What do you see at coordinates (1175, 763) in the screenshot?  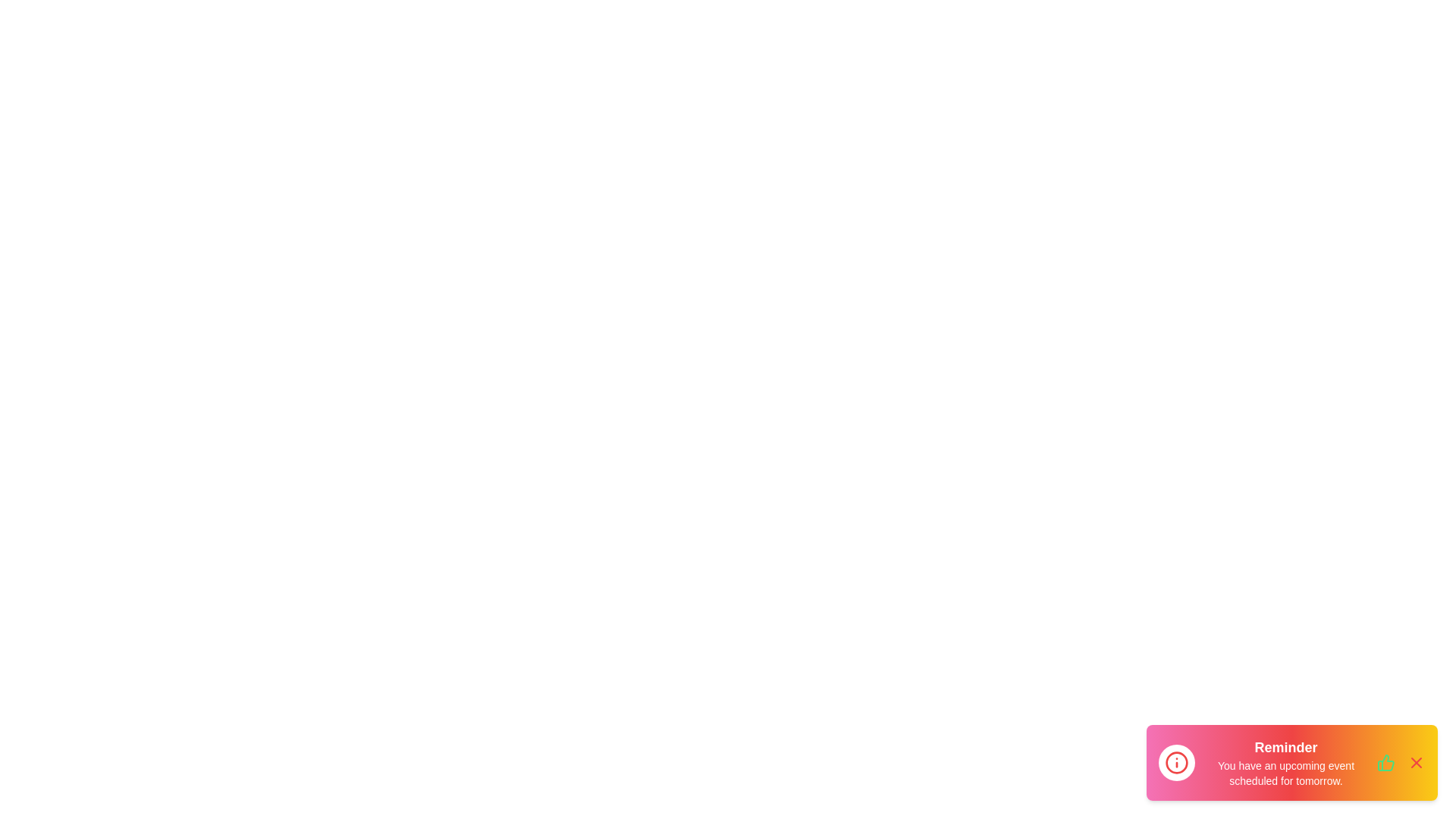 I see `the notification icon to trigger its associated action` at bounding box center [1175, 763].